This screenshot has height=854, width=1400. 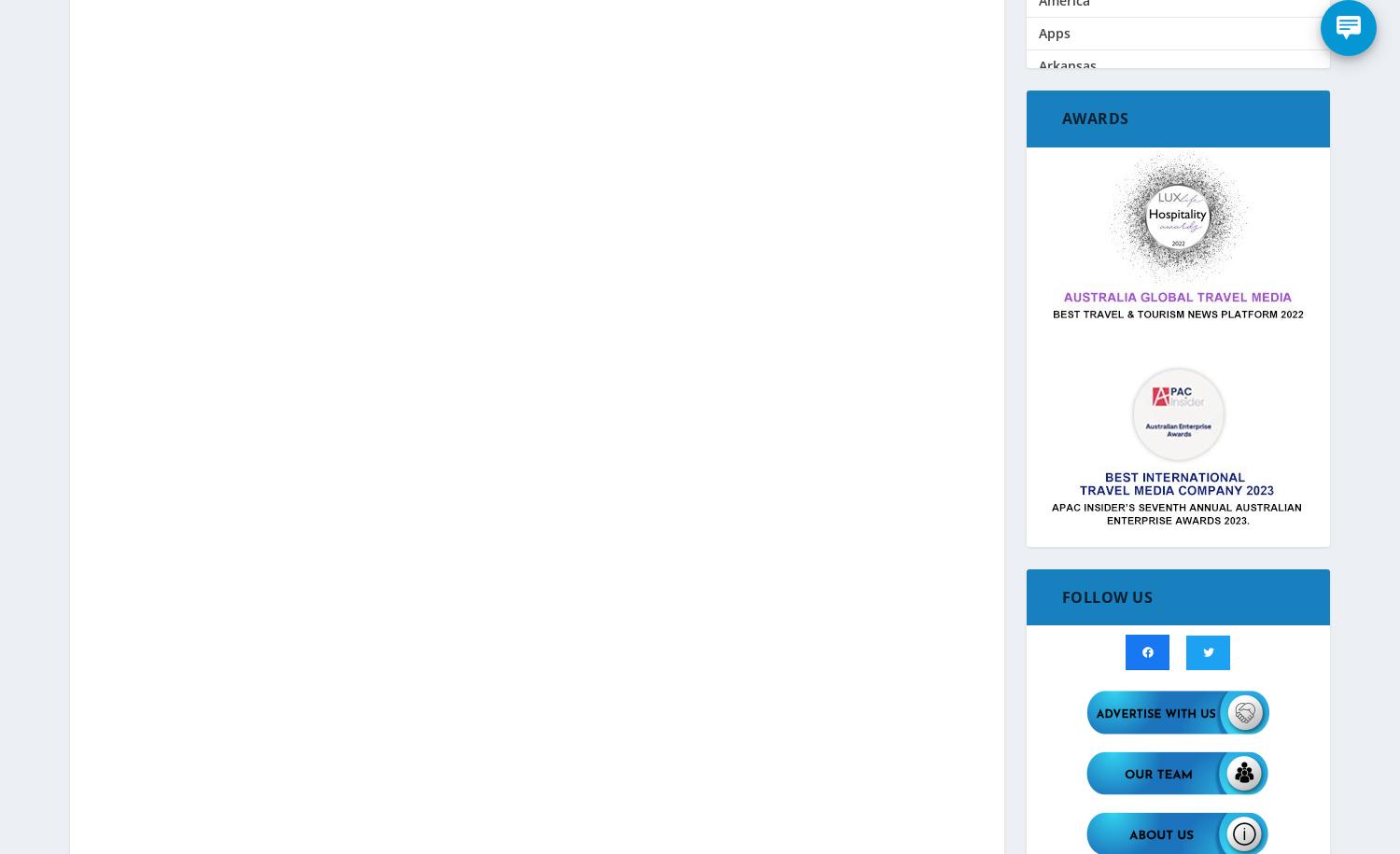 What do you see at coordinates (1085, 295) in the screenshot?
I see `'Breaking News'` at bounding box center [1085, 295].